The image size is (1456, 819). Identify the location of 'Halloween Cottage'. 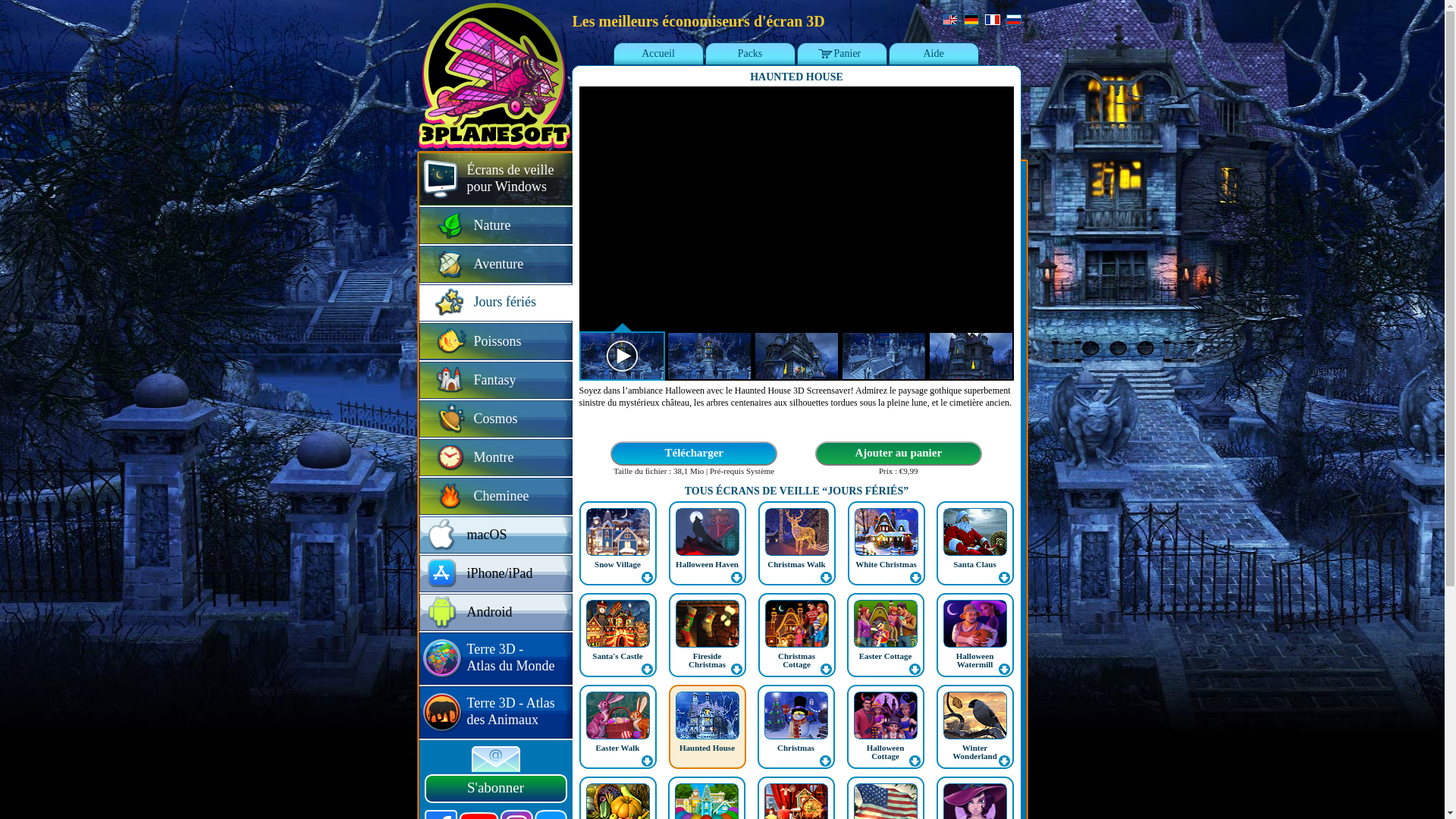
(884, 726).